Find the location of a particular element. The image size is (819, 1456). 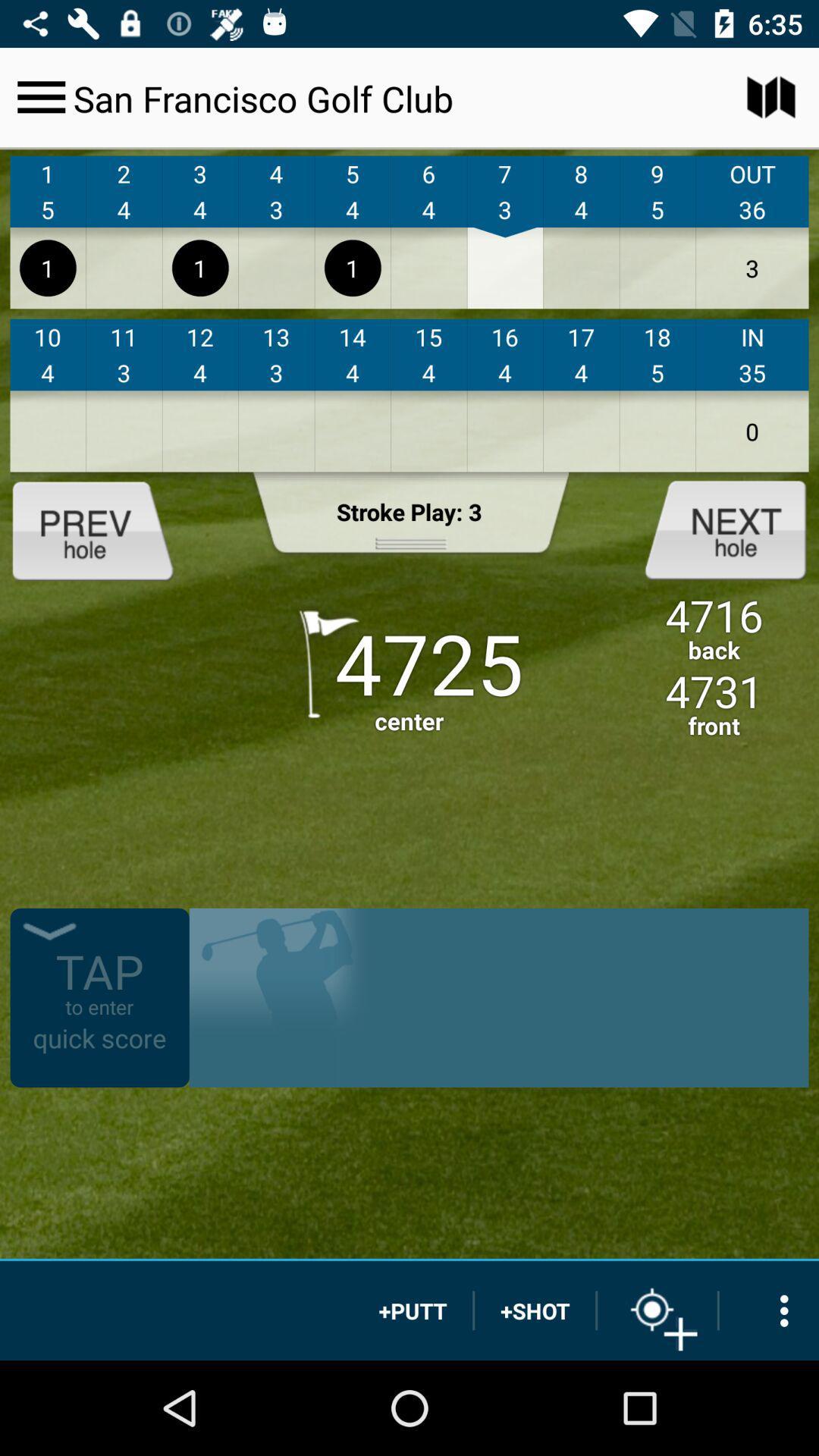

the icon to the left of san francisco golf is located at coordinates (40, 96).